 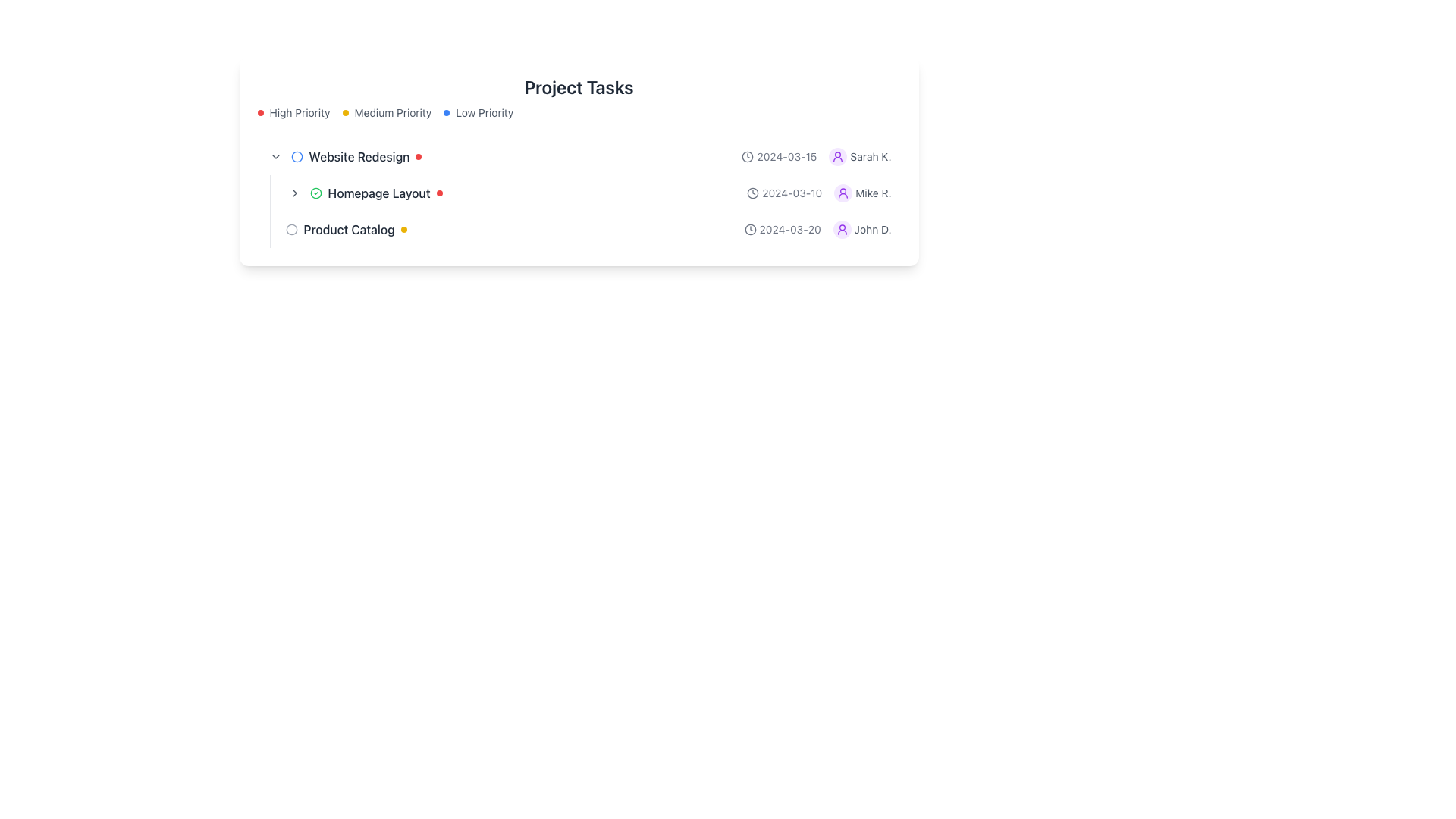 What do you see at coordinates (387, 112) in the screenshot?
I see `the 'Medium Priority' label with a small yellow dot, which is the second item in a list of priority indicators` at bounding box center [387, 112].